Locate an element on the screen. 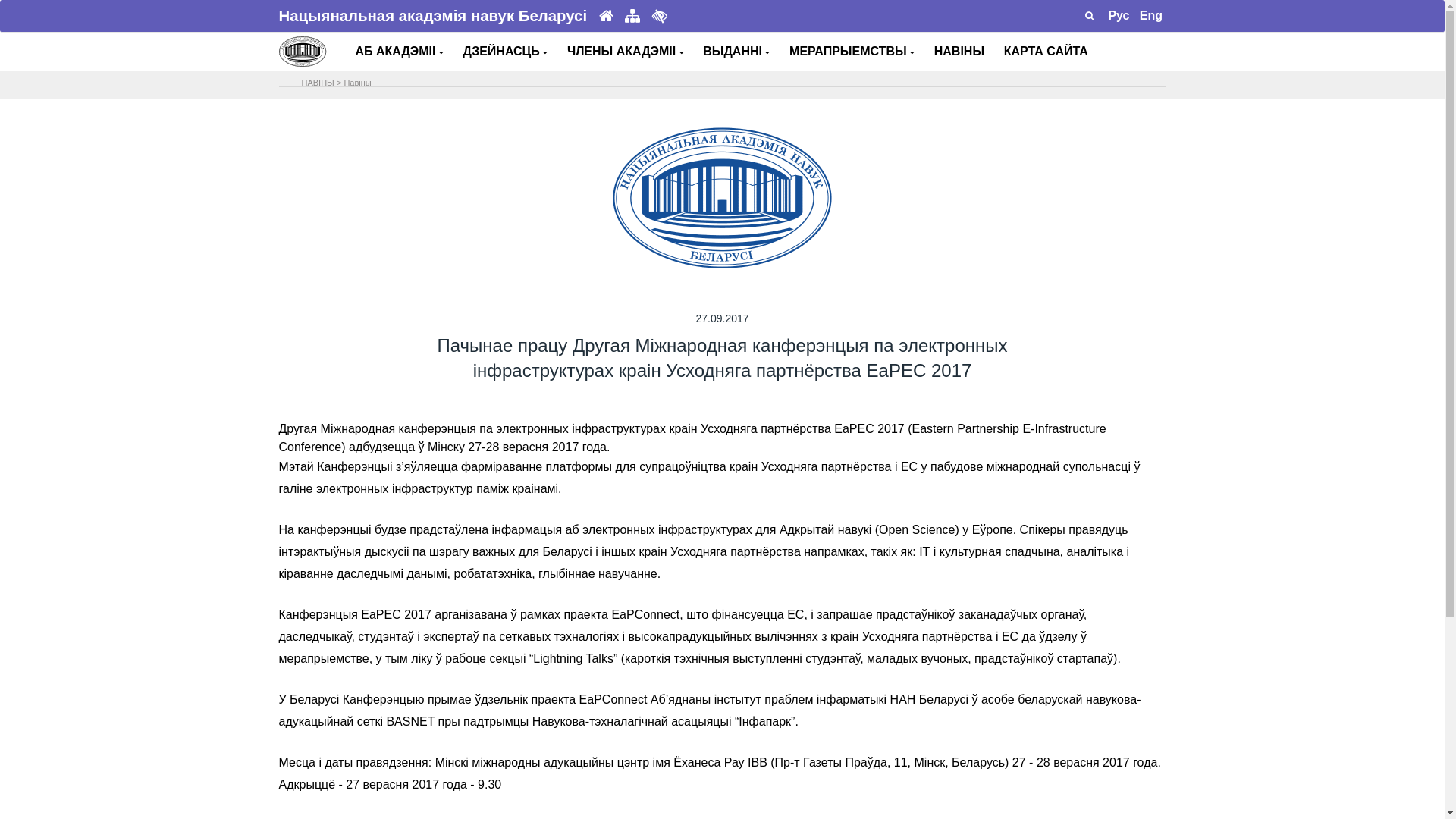 This screenshot has height=819, width=1456. ' Eng ' is located at coordinates (1150, 15).